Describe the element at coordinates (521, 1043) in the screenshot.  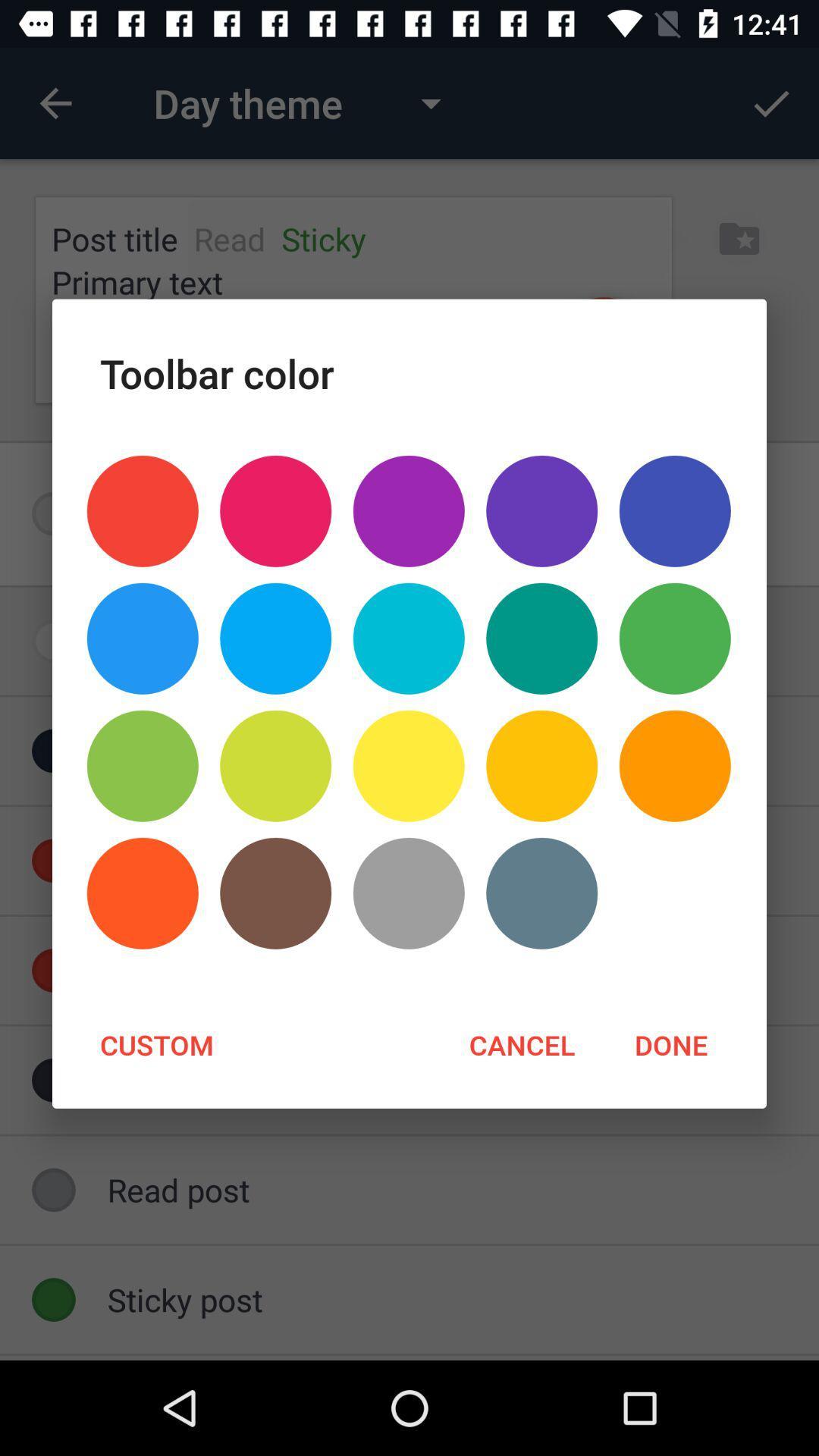
I see `item to the right of custom` at that location.